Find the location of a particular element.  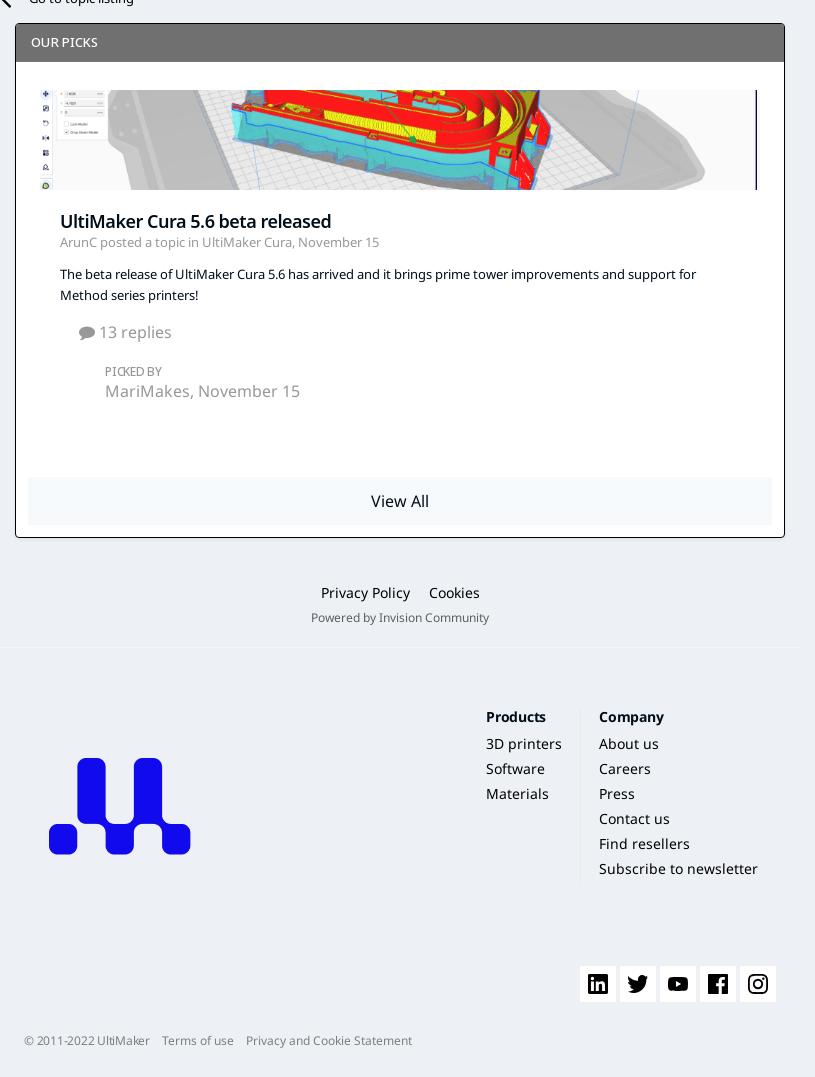

'View All' is located at coordinates (399, 499).